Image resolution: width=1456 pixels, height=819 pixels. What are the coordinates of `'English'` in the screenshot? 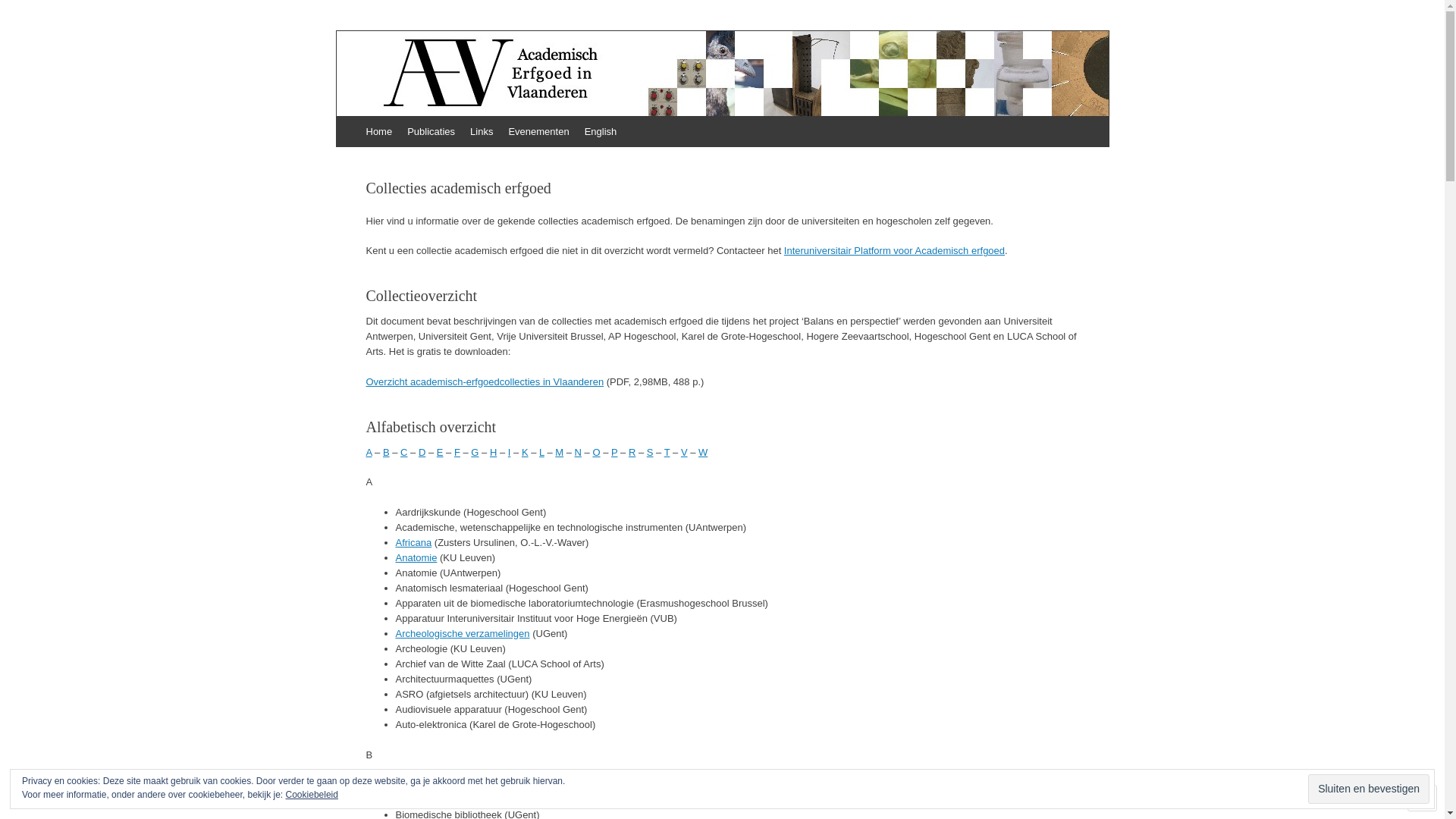 It's located at (600, 130).